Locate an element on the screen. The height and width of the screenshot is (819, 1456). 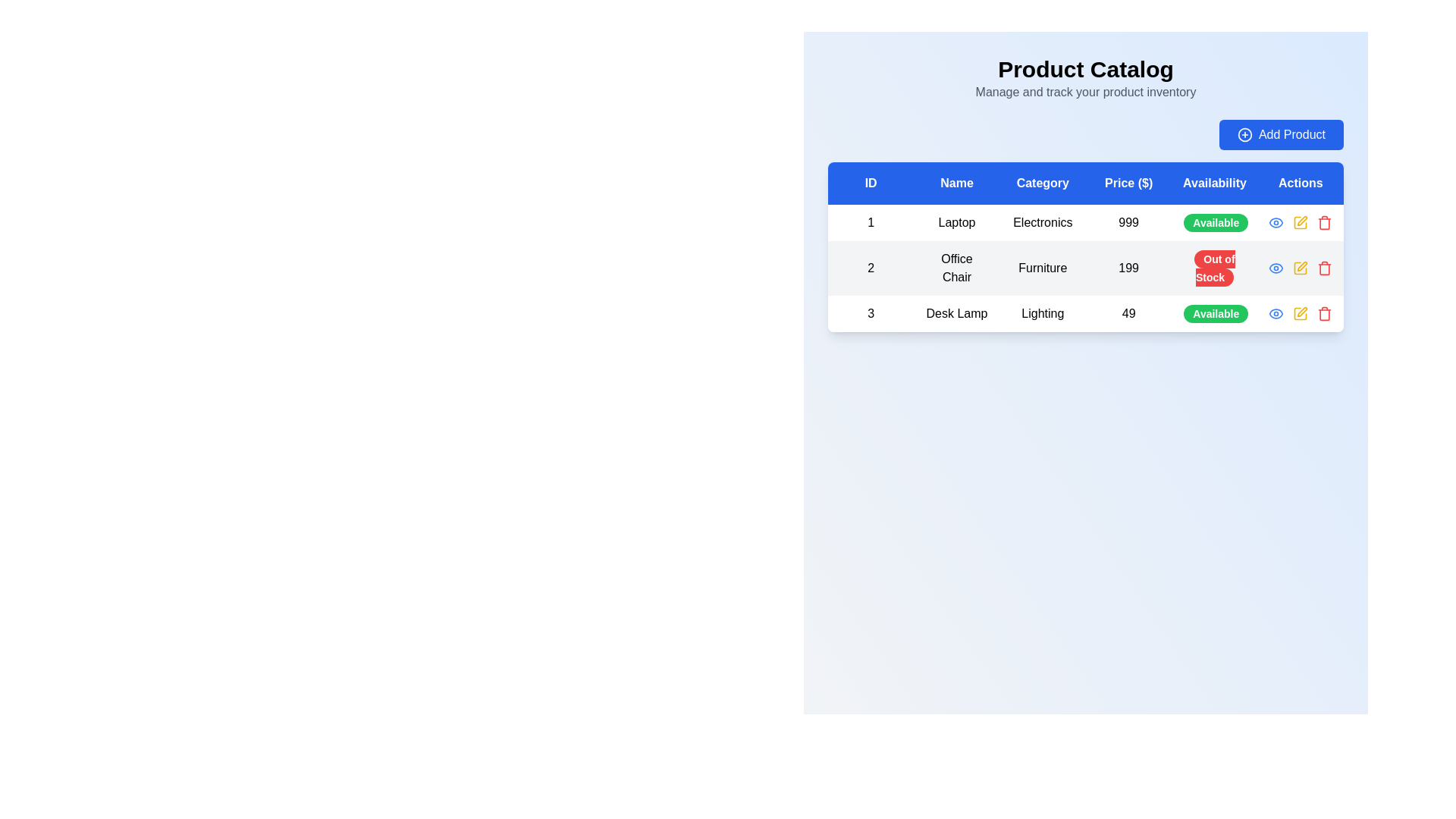
the edit icon in the Actions column of the product table for the 'Office Chair' is located at coordinates (1300, 222).